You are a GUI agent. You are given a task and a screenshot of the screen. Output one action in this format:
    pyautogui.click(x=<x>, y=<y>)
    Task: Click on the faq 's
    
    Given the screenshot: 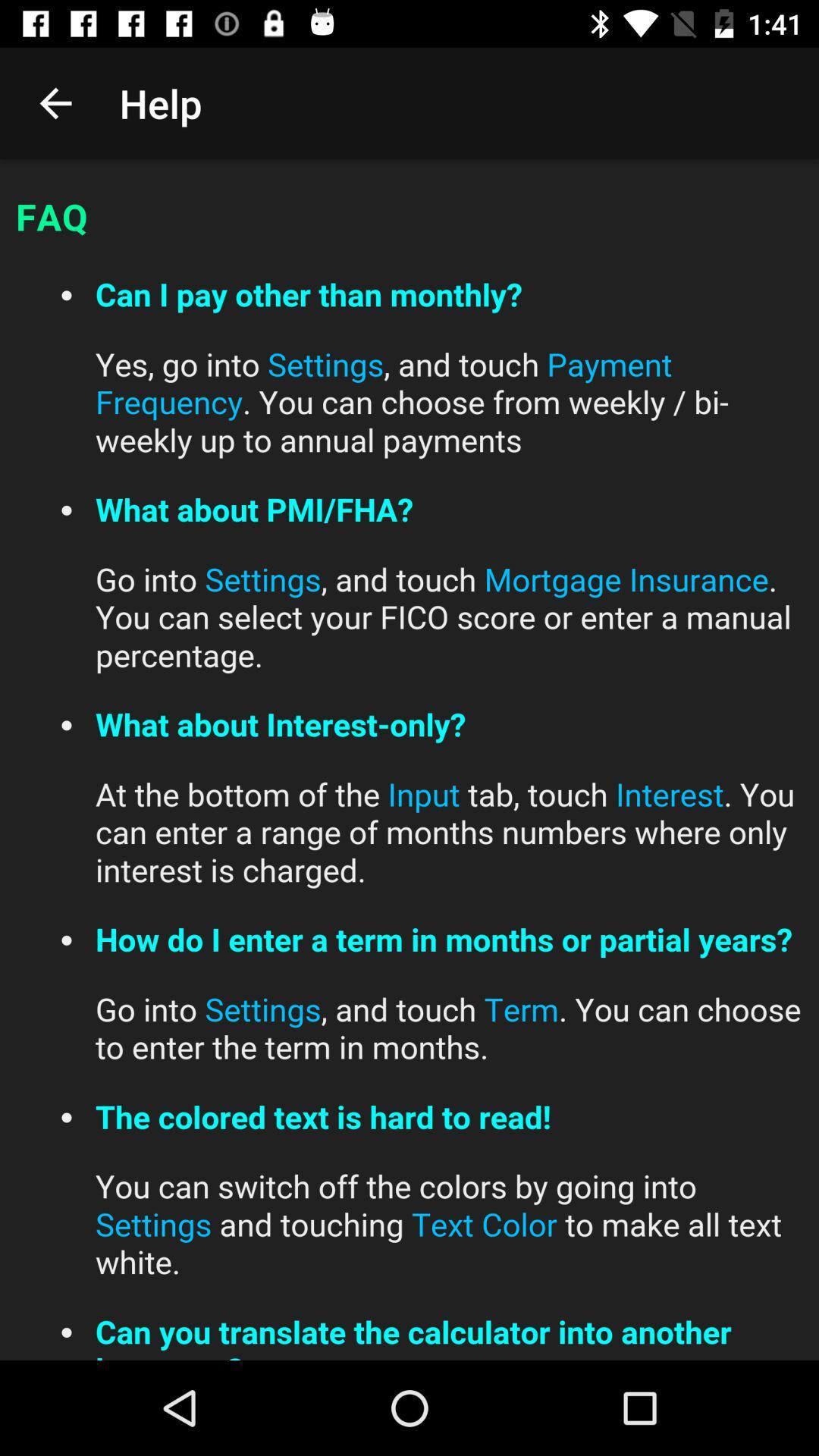 What is the action you would take?
    pyautogui.click(x=409, y=760)
    